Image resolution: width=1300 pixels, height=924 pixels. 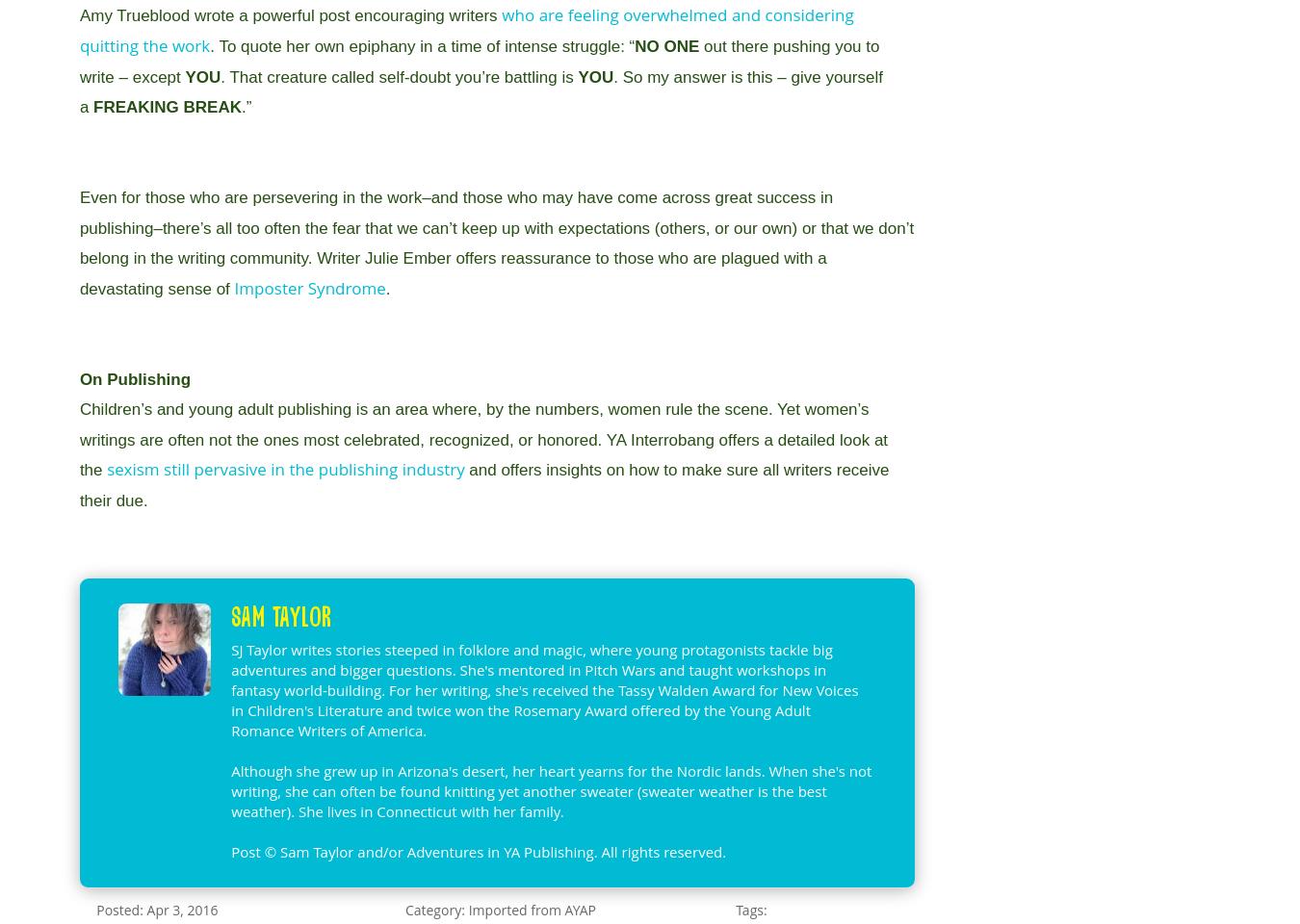 What do you see at coordinates (287, 468) in the screenshot?
I see `'sexism still pervasive in the publishing industry'` at bounding box center [287, 468].